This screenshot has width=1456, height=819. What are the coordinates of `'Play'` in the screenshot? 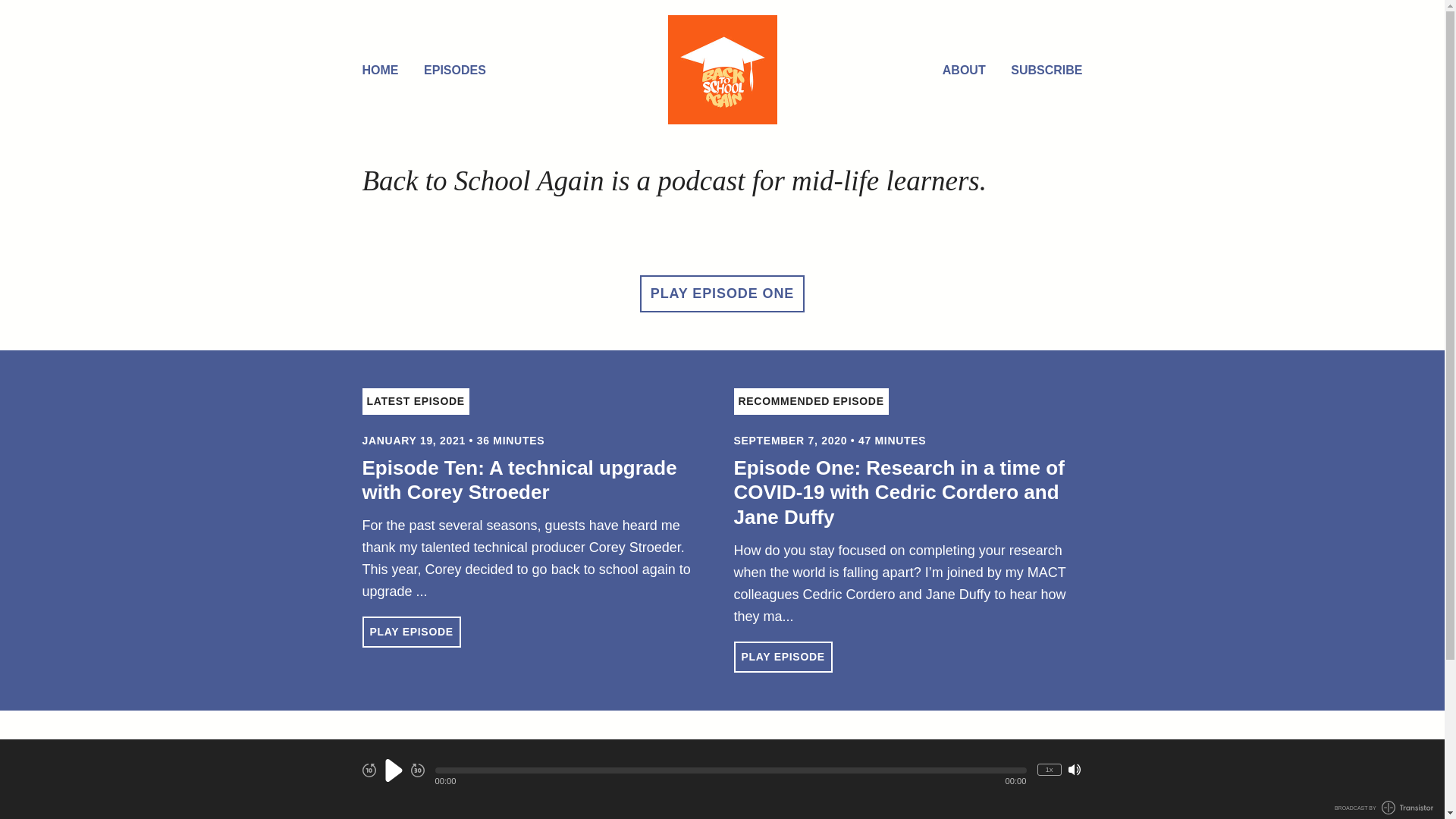 It's located at (393, 770).